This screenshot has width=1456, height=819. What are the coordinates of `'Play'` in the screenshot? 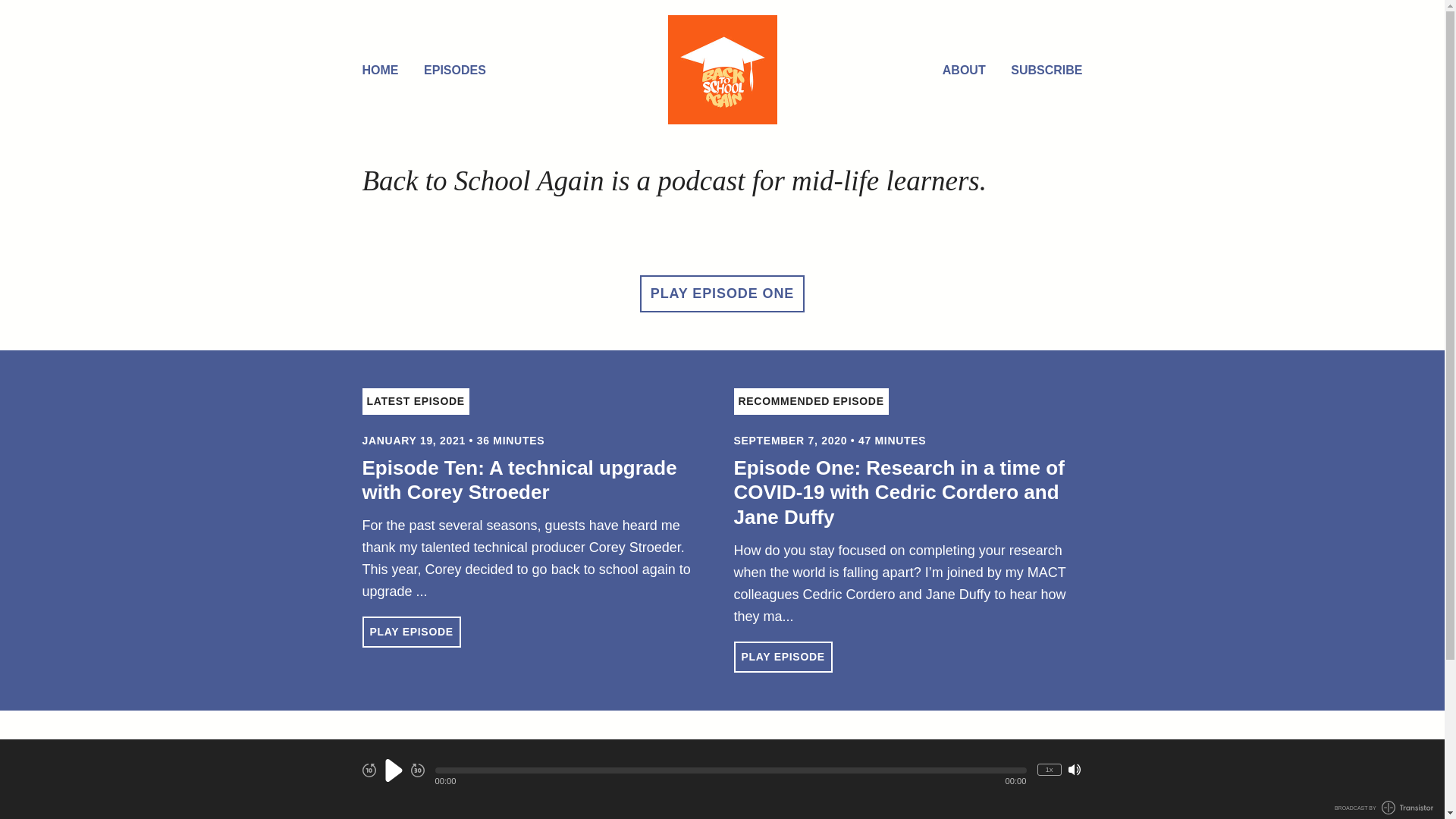 It's located at (393, 770).